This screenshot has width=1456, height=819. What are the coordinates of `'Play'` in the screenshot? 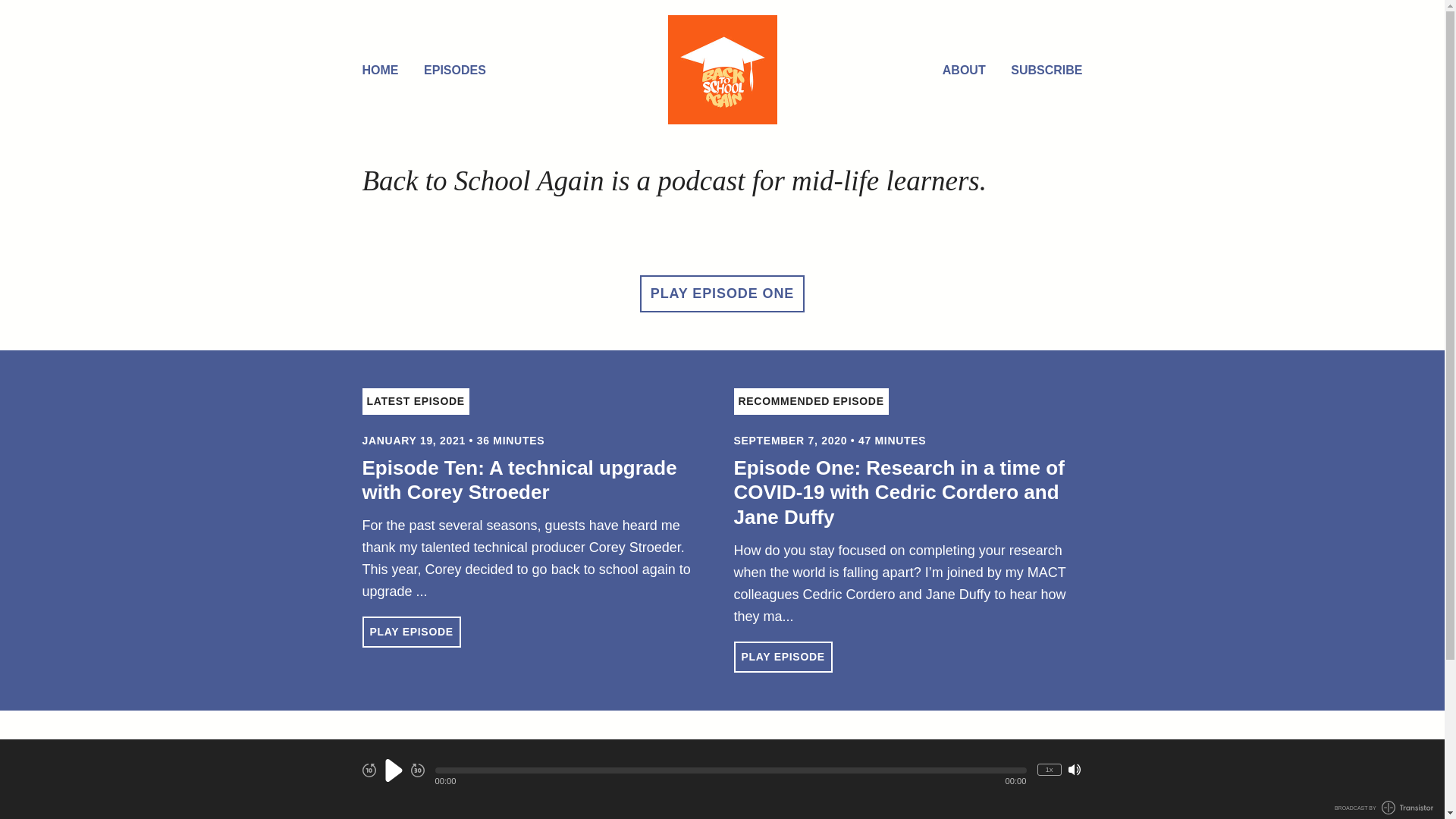 It's located at (393, 770).